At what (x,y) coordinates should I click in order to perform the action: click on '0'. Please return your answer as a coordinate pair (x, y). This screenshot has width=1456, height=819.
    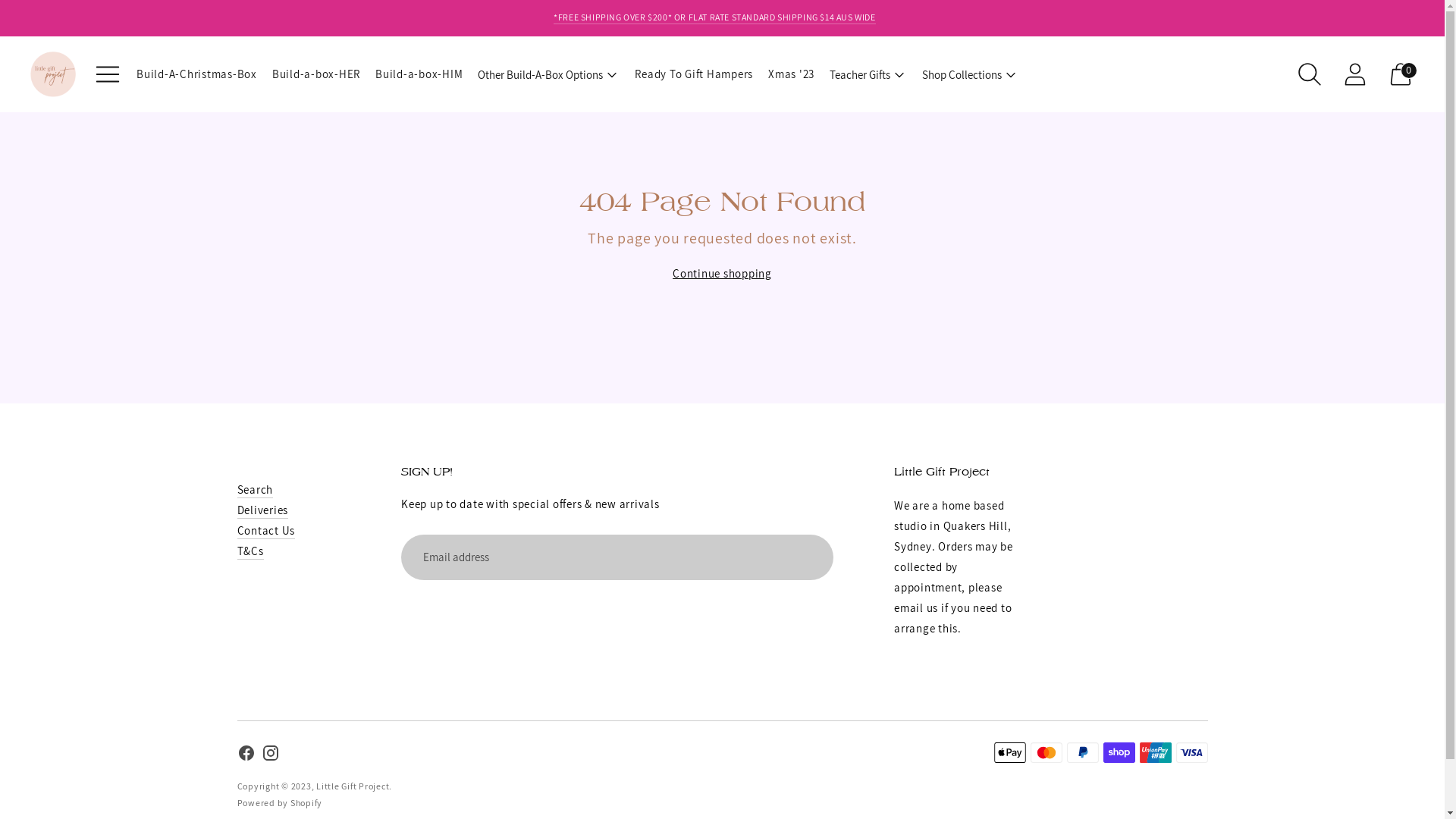
    Looking at the image, I should click on (1400, 74).